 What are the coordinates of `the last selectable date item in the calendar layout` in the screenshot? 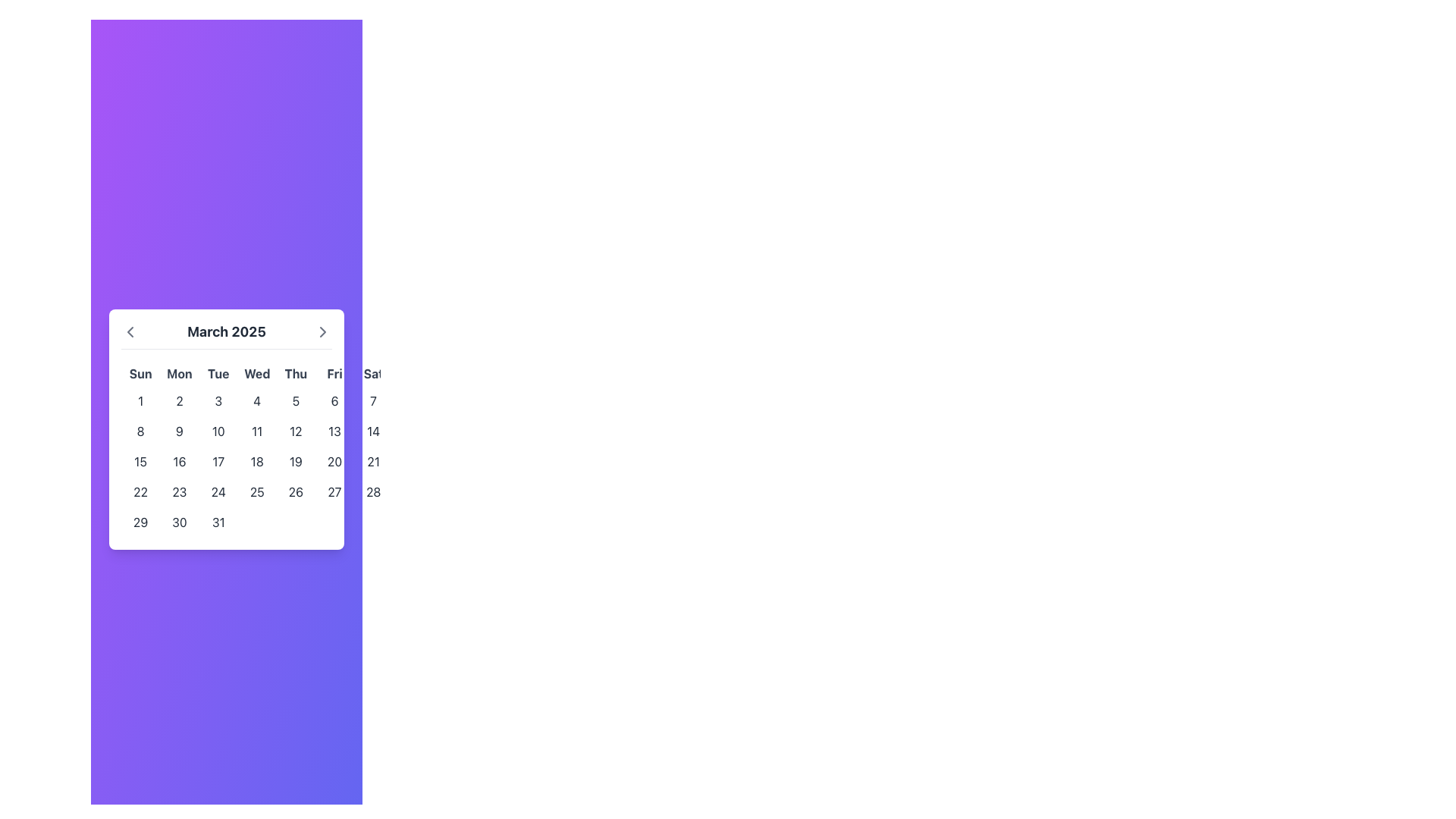 It's located at (373, 431).